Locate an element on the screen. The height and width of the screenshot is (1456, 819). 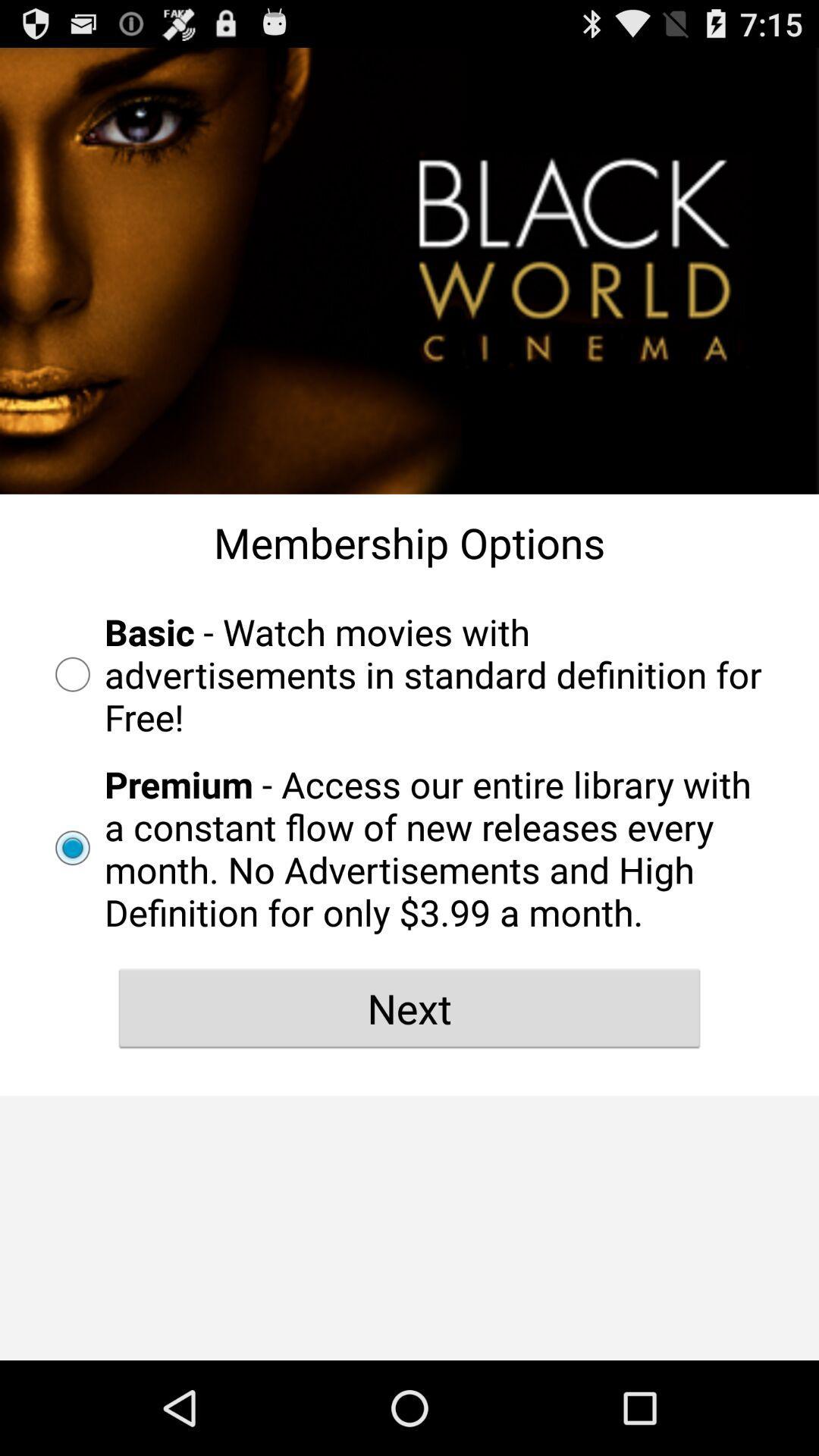
next item is located at coordinates (409, 1008).